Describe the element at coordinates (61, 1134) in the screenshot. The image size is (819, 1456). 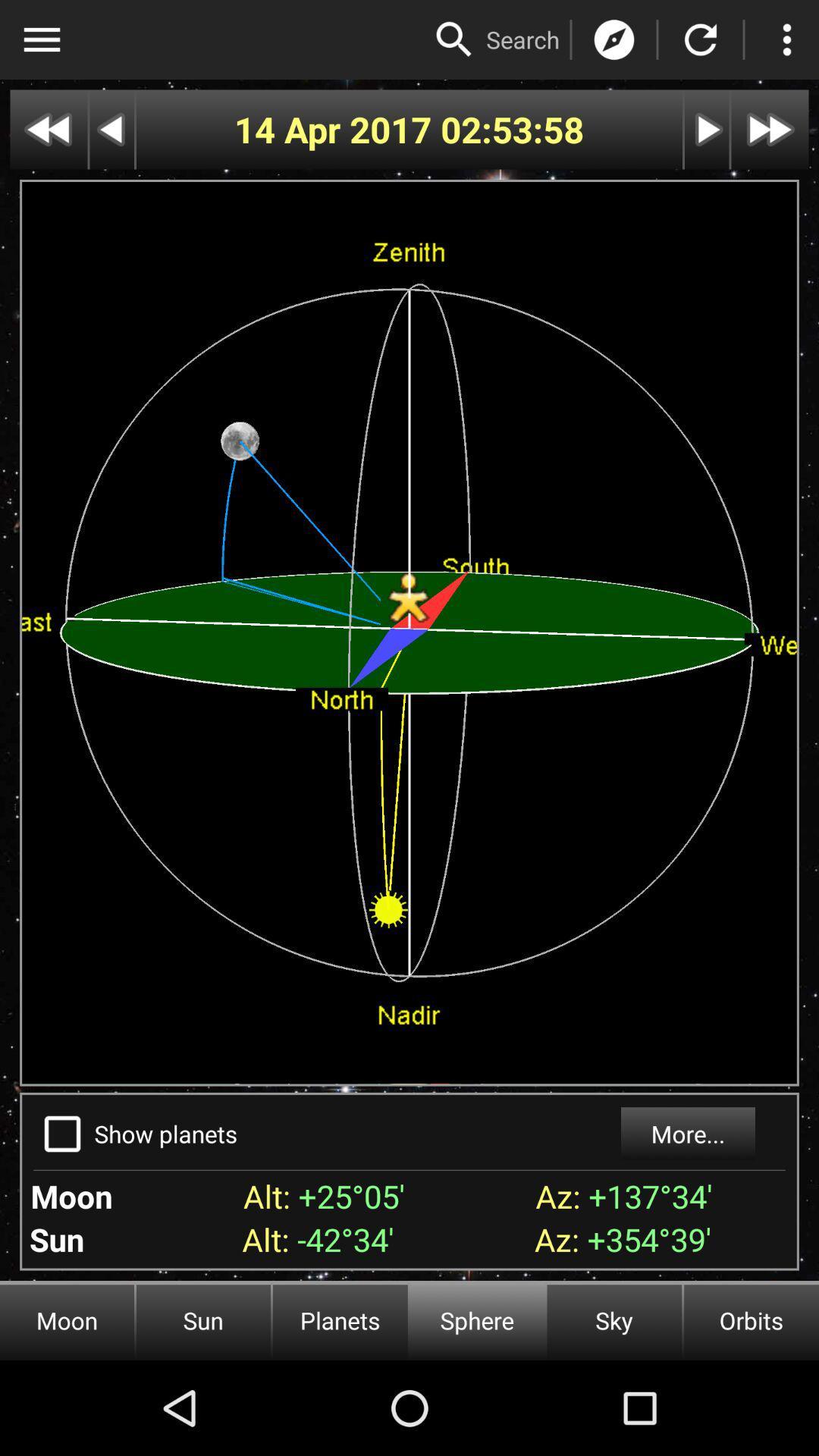
I see `show the planet` at that location.